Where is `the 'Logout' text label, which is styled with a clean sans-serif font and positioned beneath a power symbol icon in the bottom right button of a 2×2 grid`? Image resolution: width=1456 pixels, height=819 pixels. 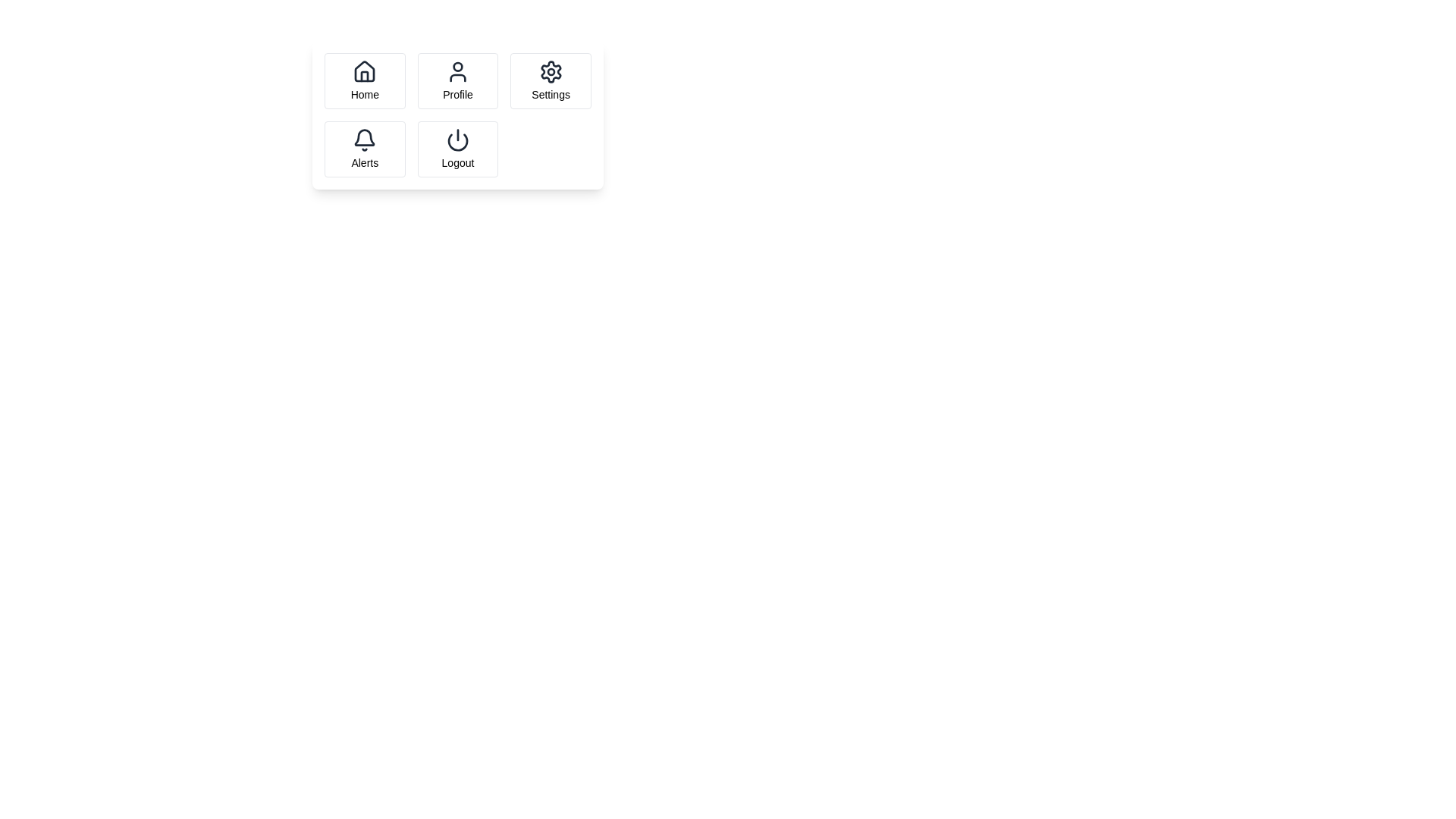
the 'Logout' text label, which is styled with a clean sans-serif font and positioned beneath a power symbol icon in the bottom right button of a 2×2 grid is located at coordinates (457, 163).